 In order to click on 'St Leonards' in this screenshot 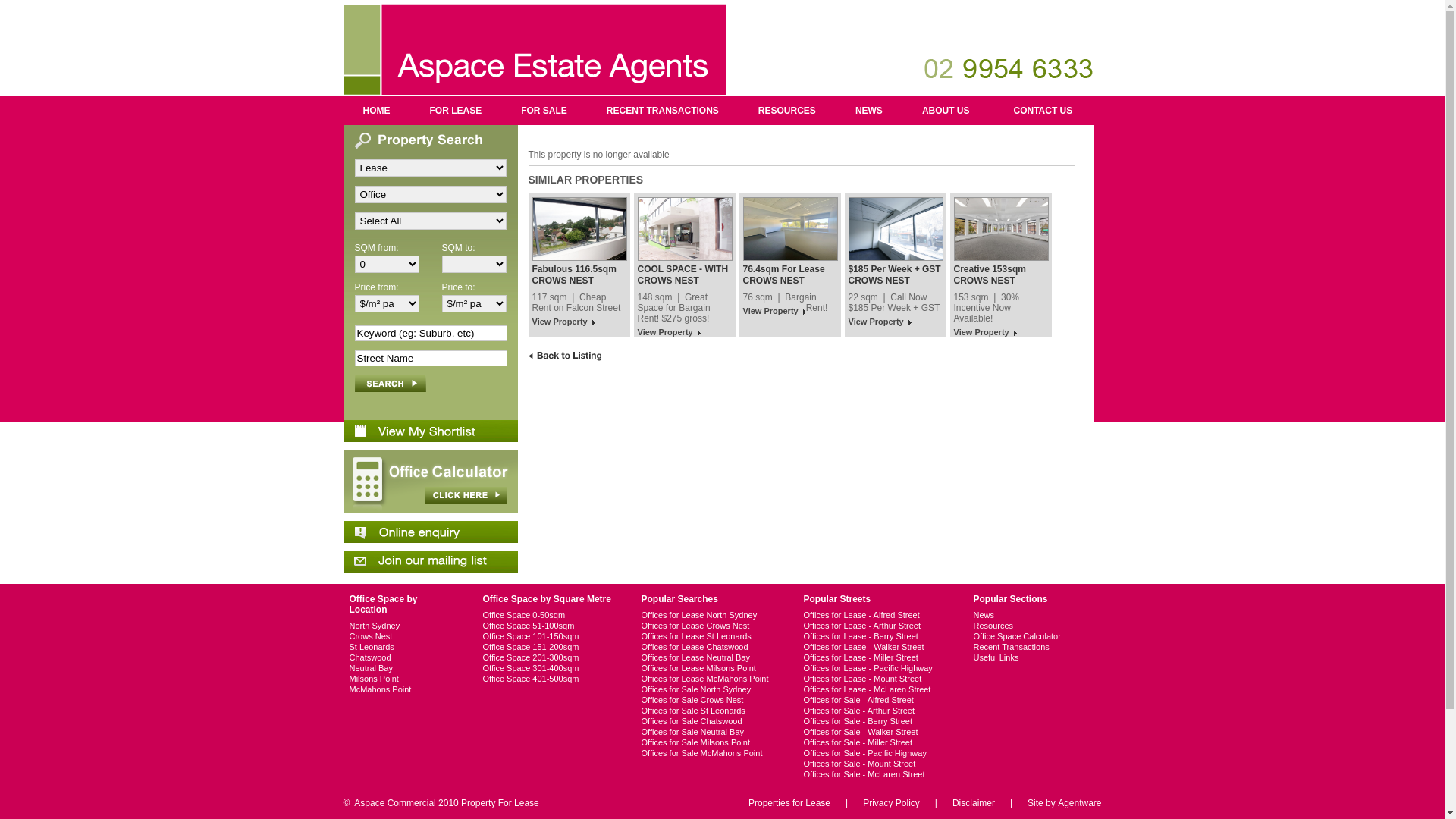, I will do `click(403, 646)`.